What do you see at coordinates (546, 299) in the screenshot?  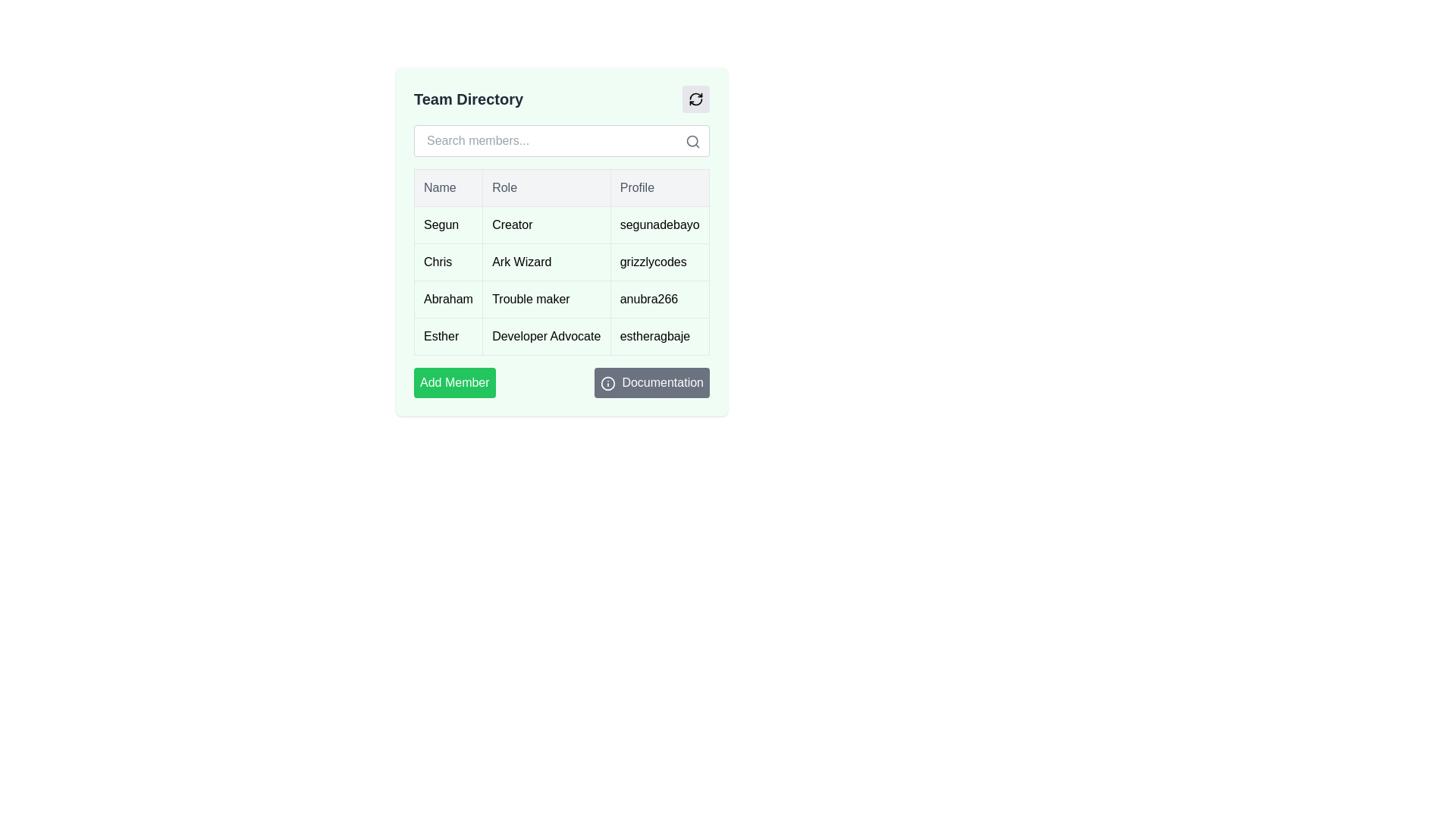 I see `the text label displaying 'Trouble maker' in the Role column of the Team Directory table, located in the third row` at bounding box center [546, 299].